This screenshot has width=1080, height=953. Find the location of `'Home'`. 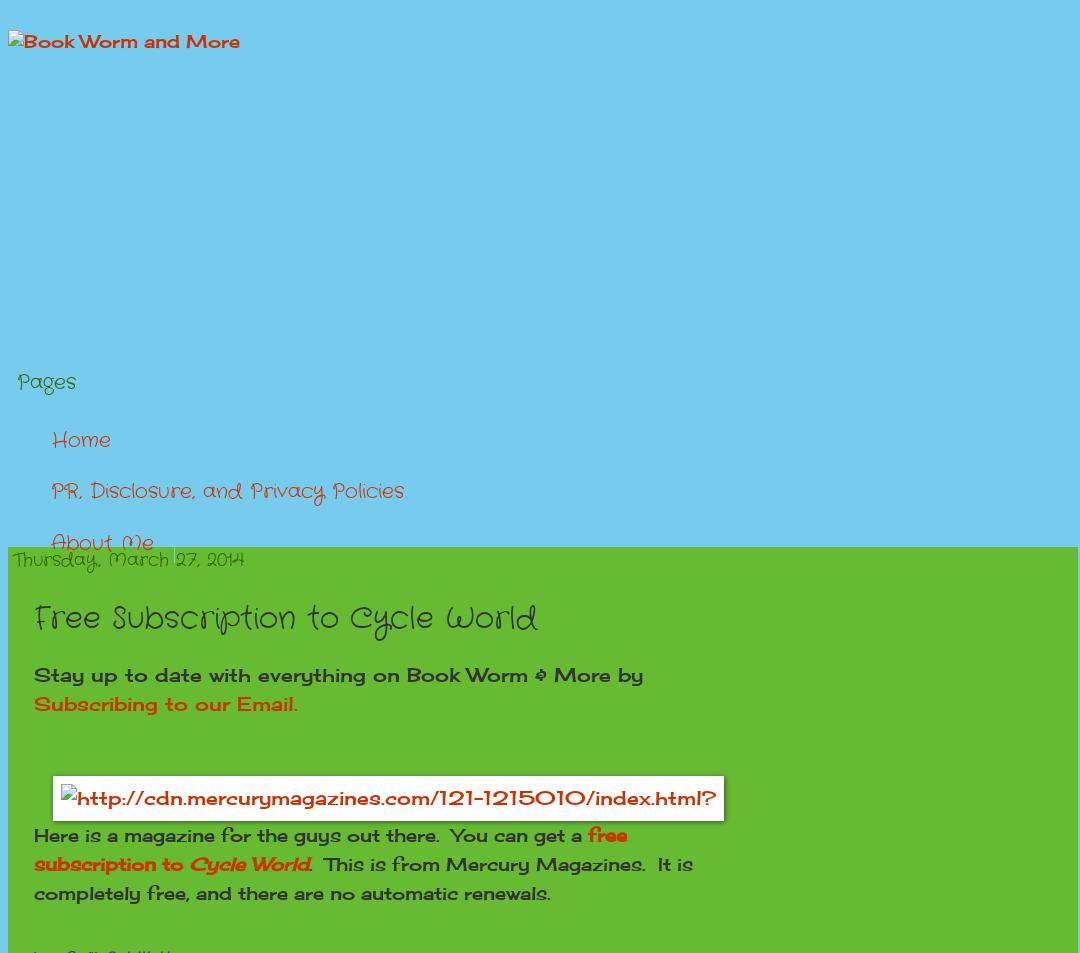

'Home' is located at coordinates (80, 438).